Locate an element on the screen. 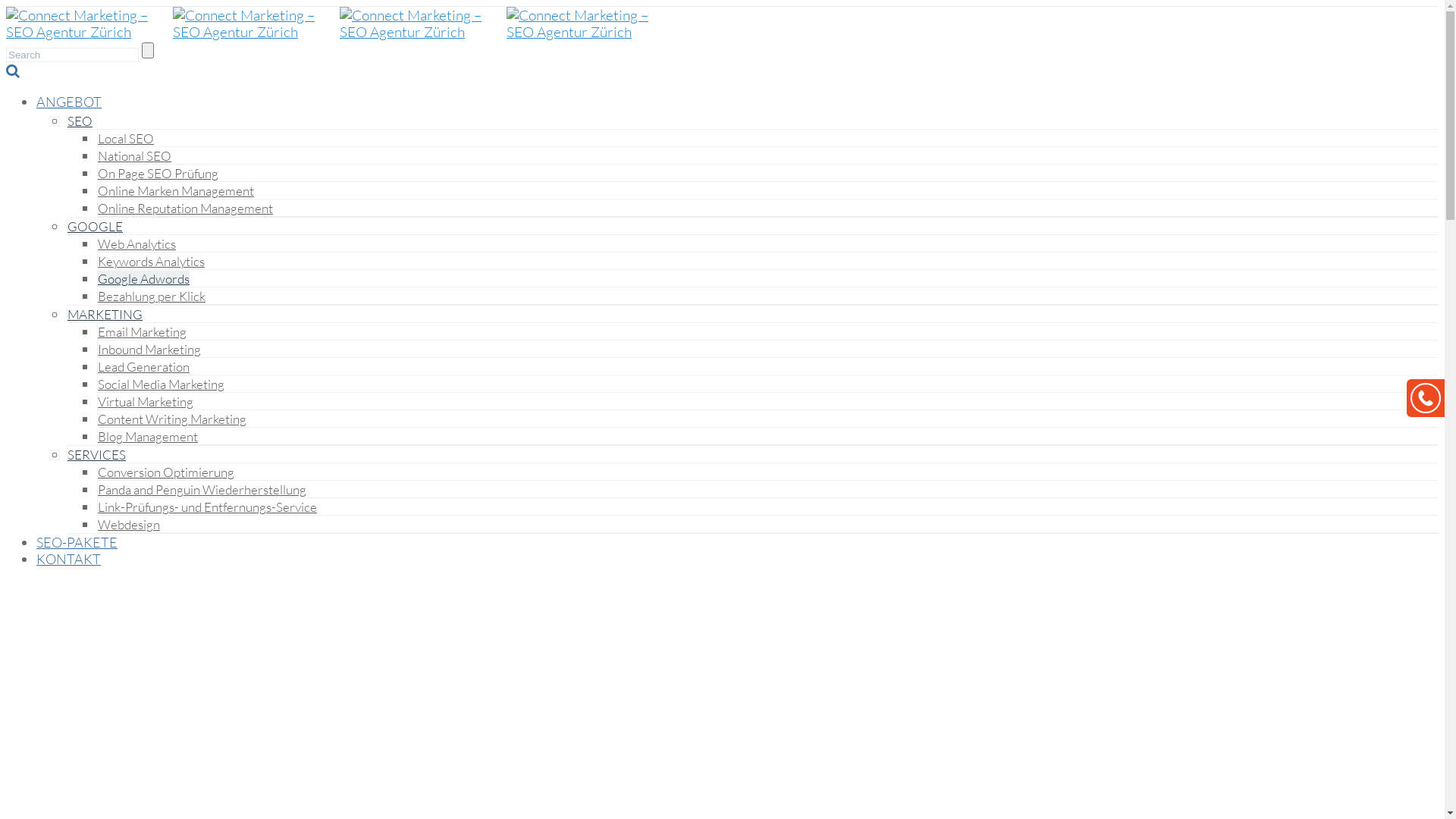  'SERVICES' is located at coordinates (95, 453).